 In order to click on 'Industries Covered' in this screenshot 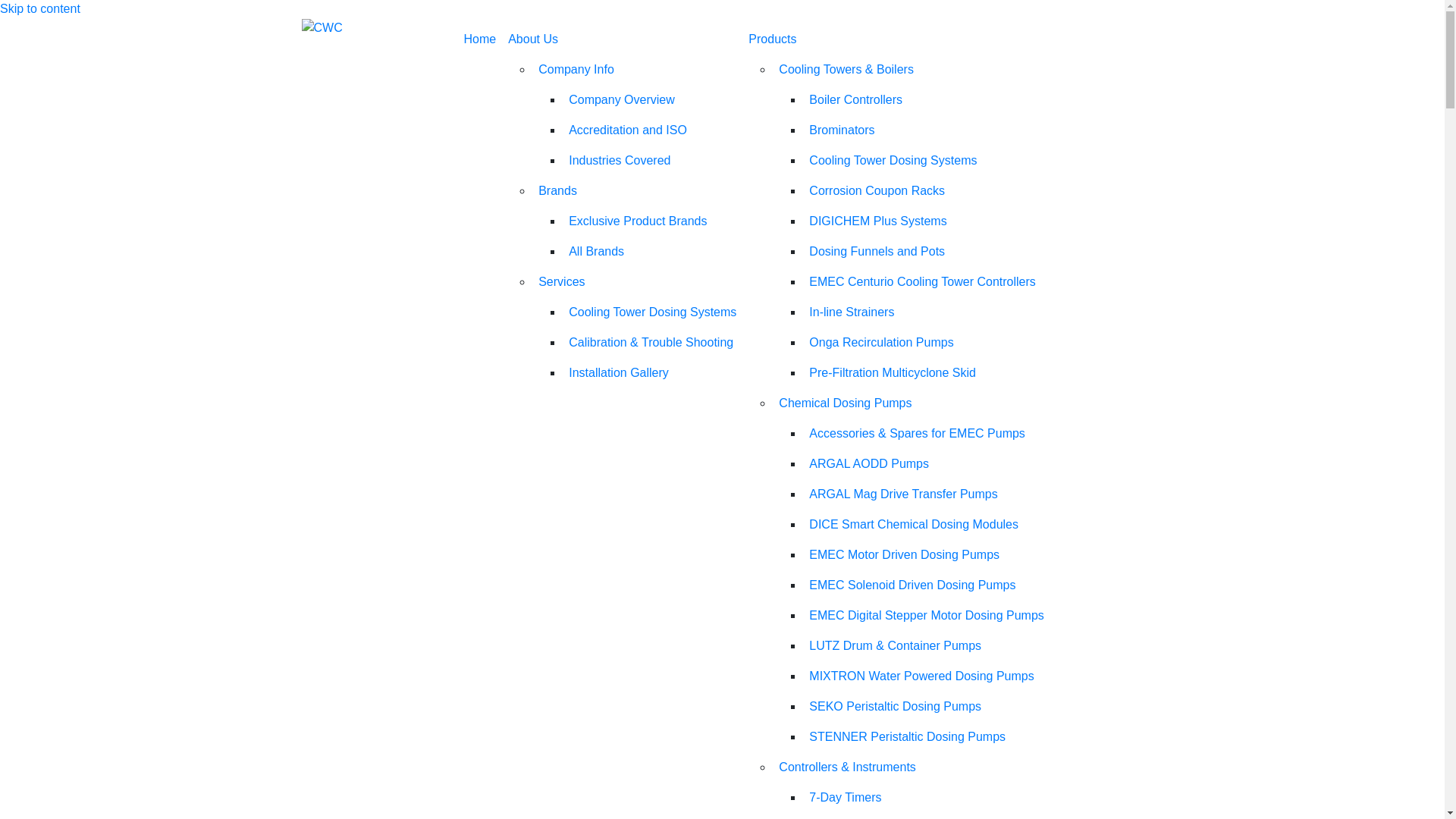, I will do `click(562, 161)`.